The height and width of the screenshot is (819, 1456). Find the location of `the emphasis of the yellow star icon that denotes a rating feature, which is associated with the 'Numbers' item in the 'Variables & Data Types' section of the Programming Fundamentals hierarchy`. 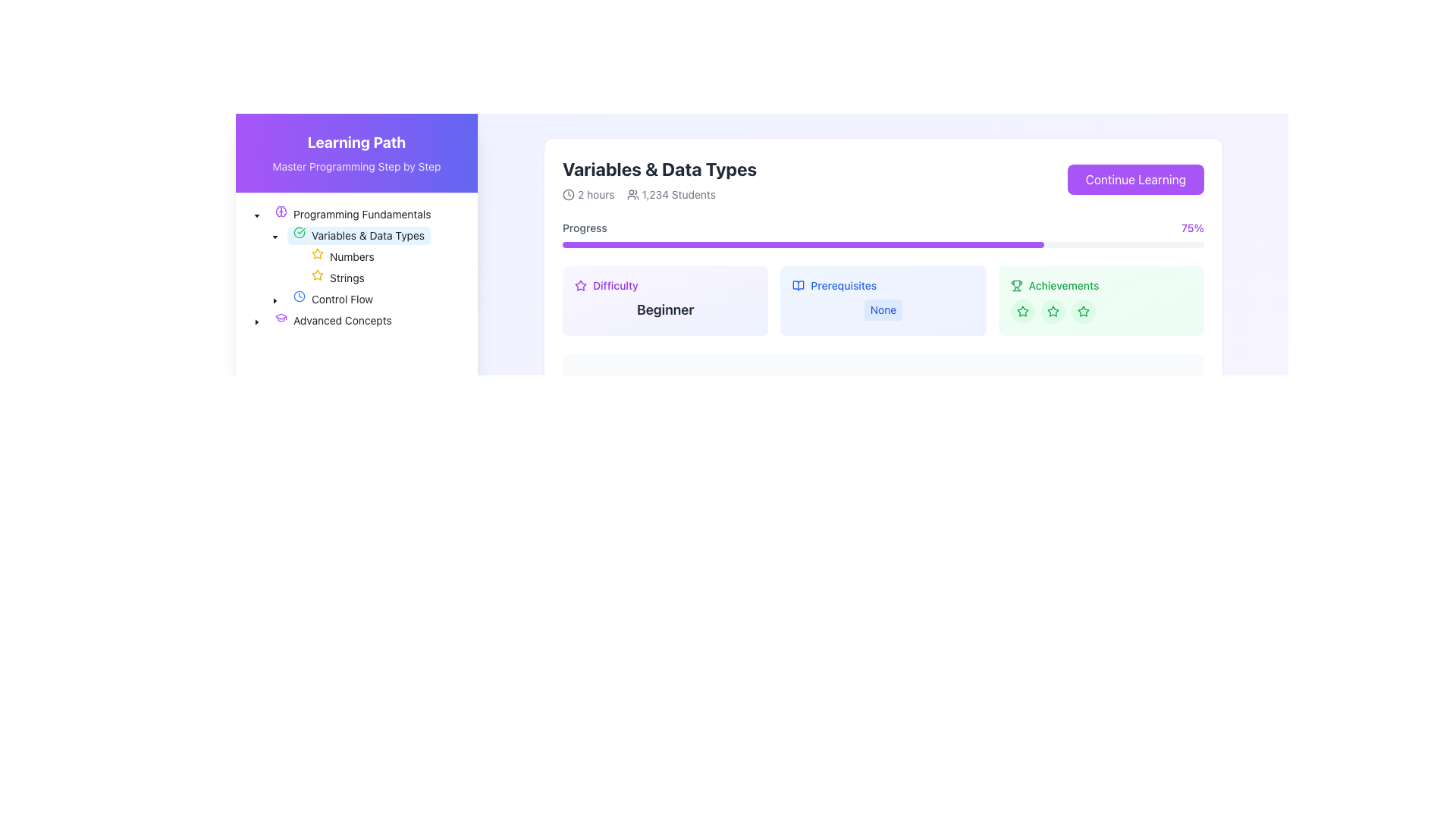

the emphasis of the yellow star icon that denotes a rating feature, which is associated with the 'Numbers' item in the 'Variables & Data Types' section of the Programming Fundamentals hierarchy is located at coordinates (316, 275).